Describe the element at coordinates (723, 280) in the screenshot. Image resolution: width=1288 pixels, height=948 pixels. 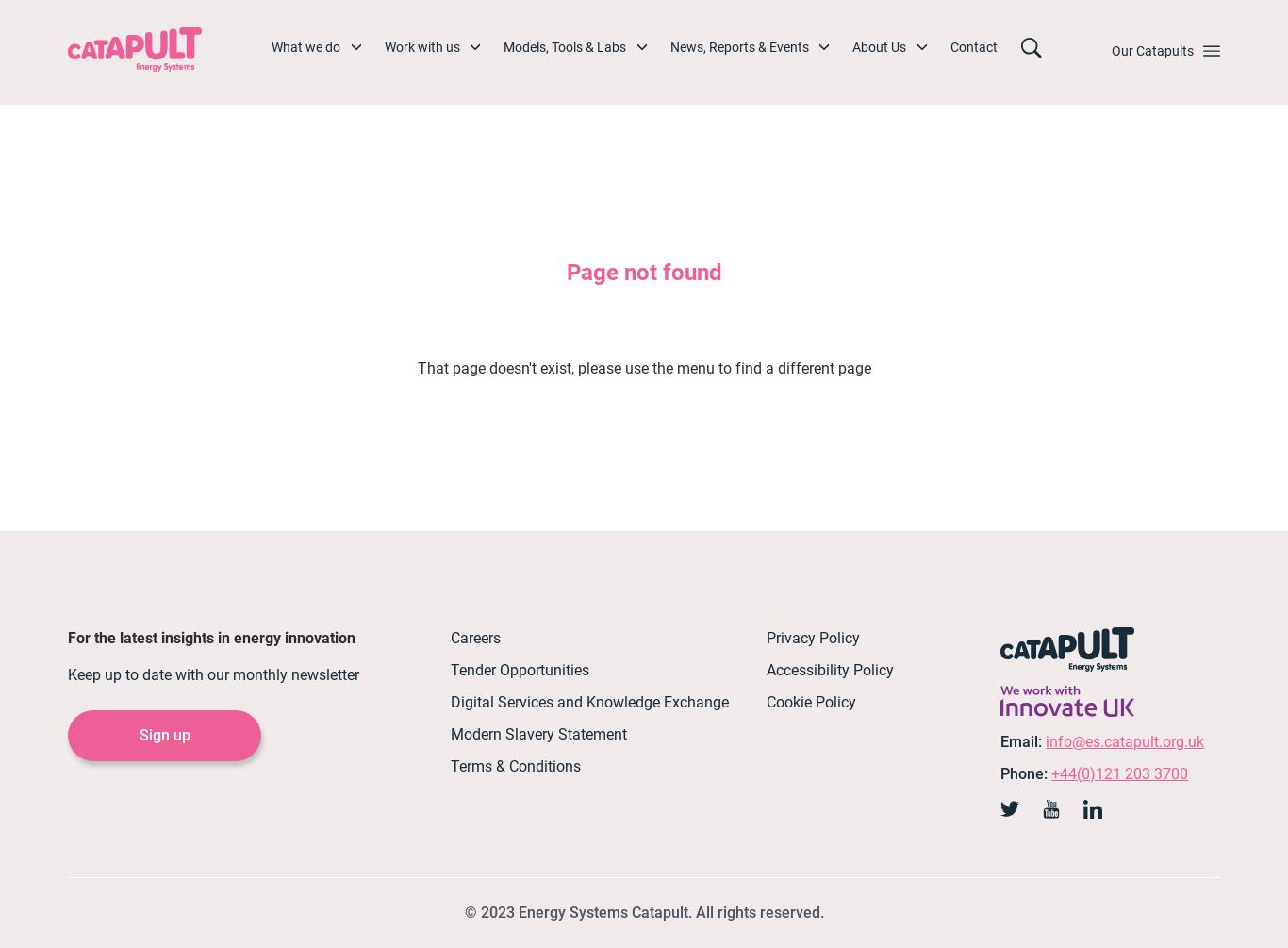
I see `'Insights'` at that location.